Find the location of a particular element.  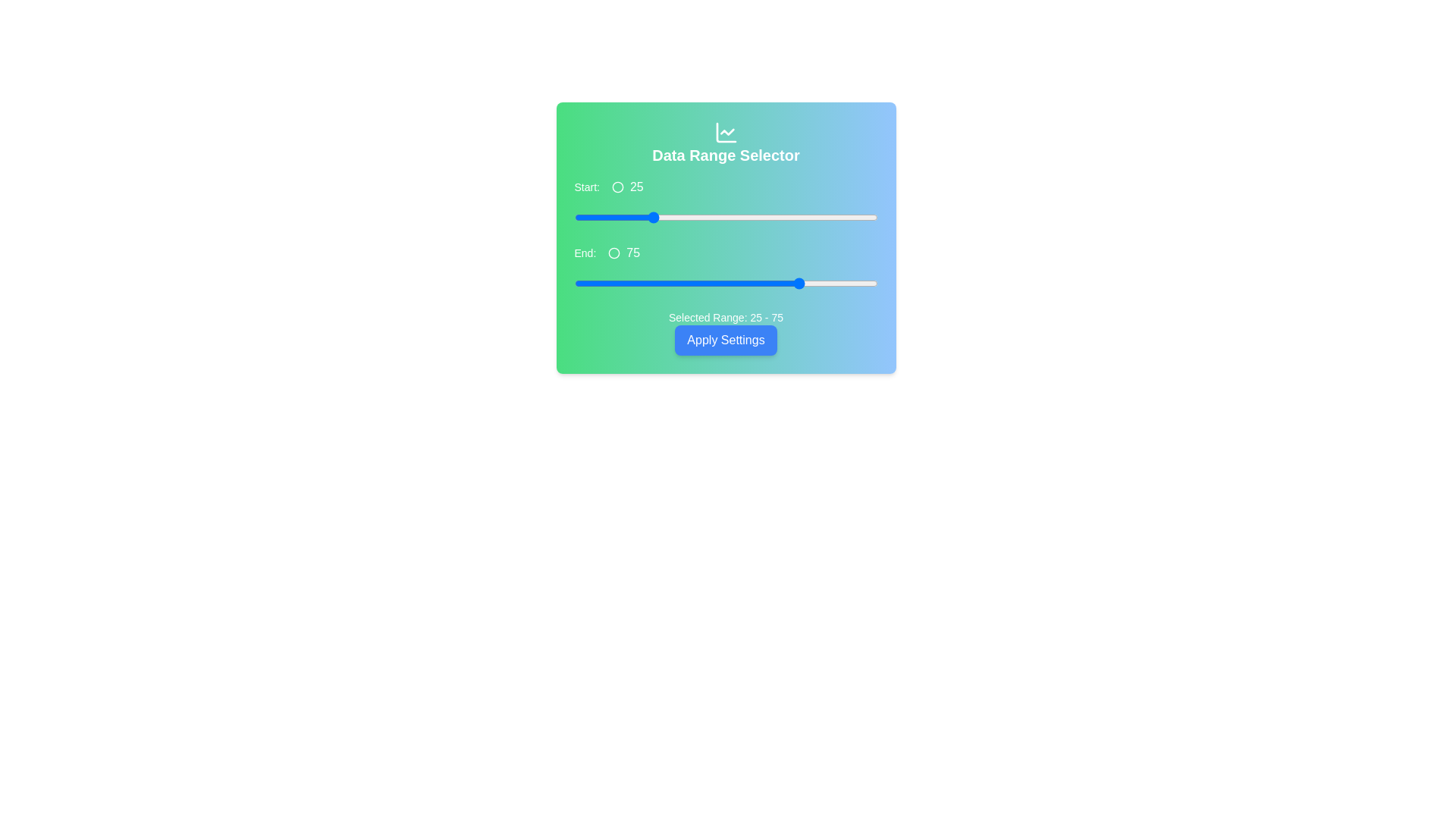

the circular SVG icon located between the label 'End:' and the number '75', which serves as a visual indicator is located at coordinates (614, 253).